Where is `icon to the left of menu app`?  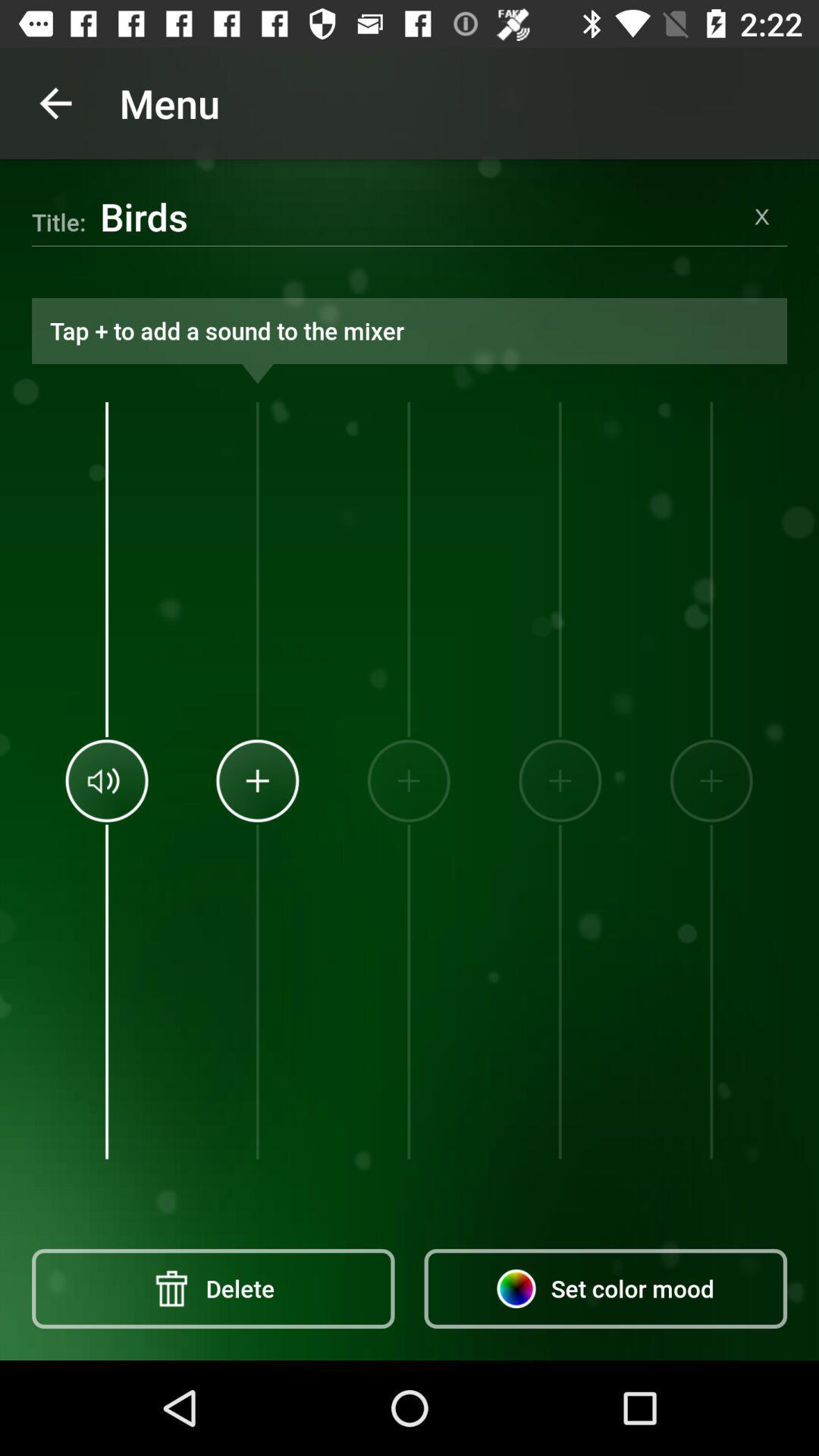 icon to the left of menu app is located at coordinates (55, 102).